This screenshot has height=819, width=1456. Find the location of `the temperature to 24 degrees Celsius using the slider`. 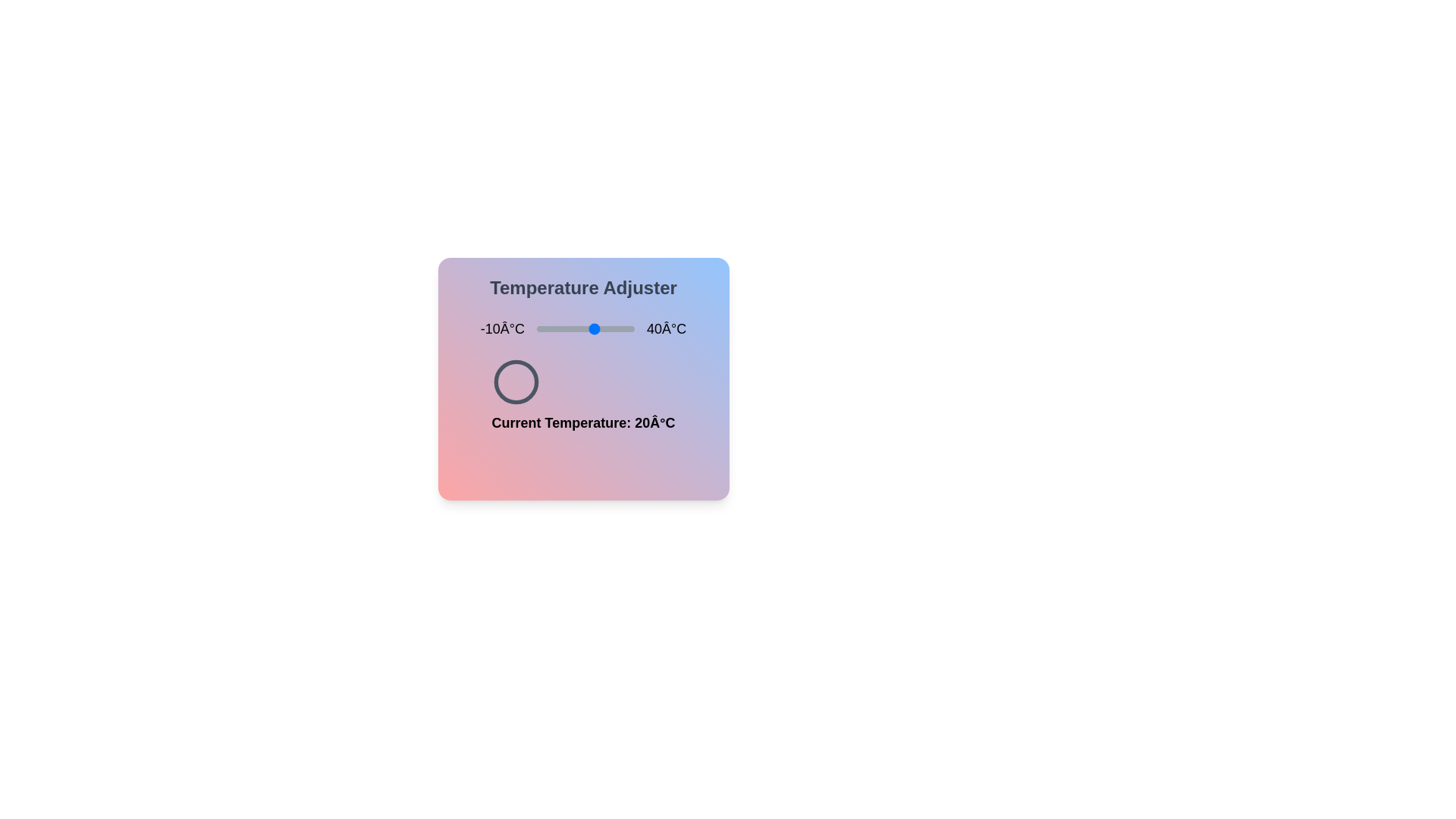

the temperature to 24 degrees Celsius using the slider is located at coordinates (602, 328).